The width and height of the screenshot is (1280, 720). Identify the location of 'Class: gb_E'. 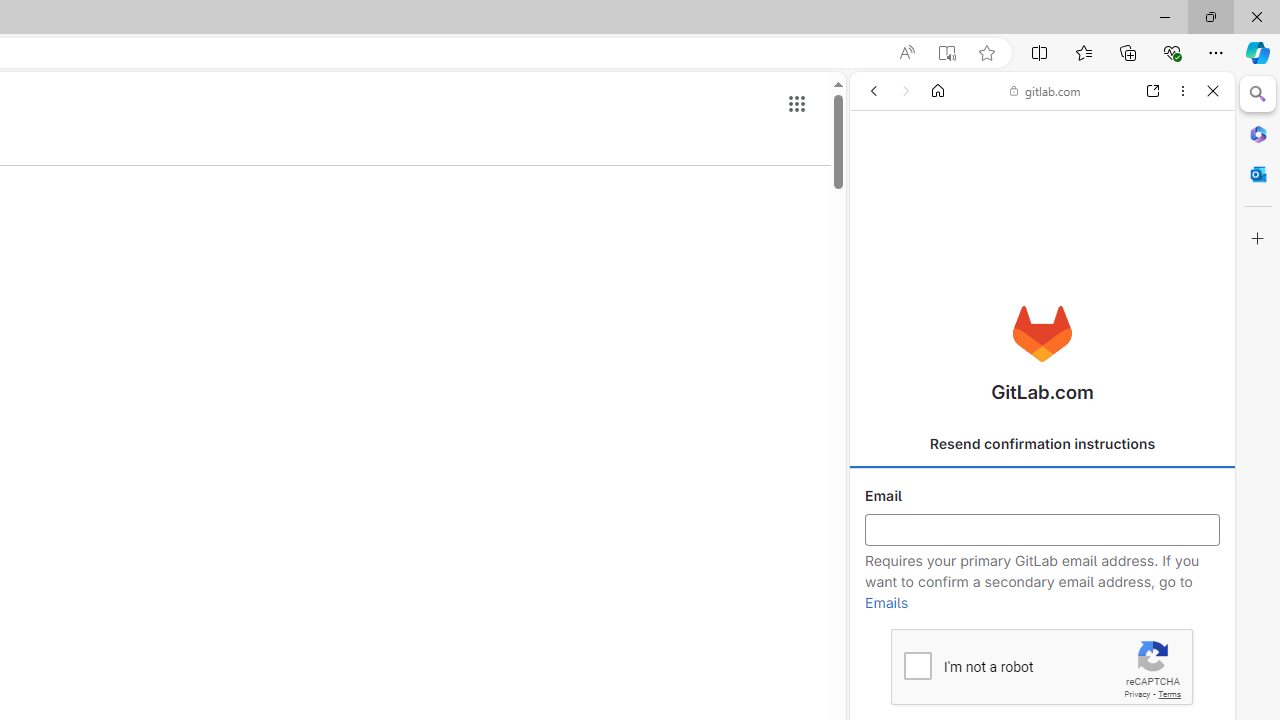
(795, 104).